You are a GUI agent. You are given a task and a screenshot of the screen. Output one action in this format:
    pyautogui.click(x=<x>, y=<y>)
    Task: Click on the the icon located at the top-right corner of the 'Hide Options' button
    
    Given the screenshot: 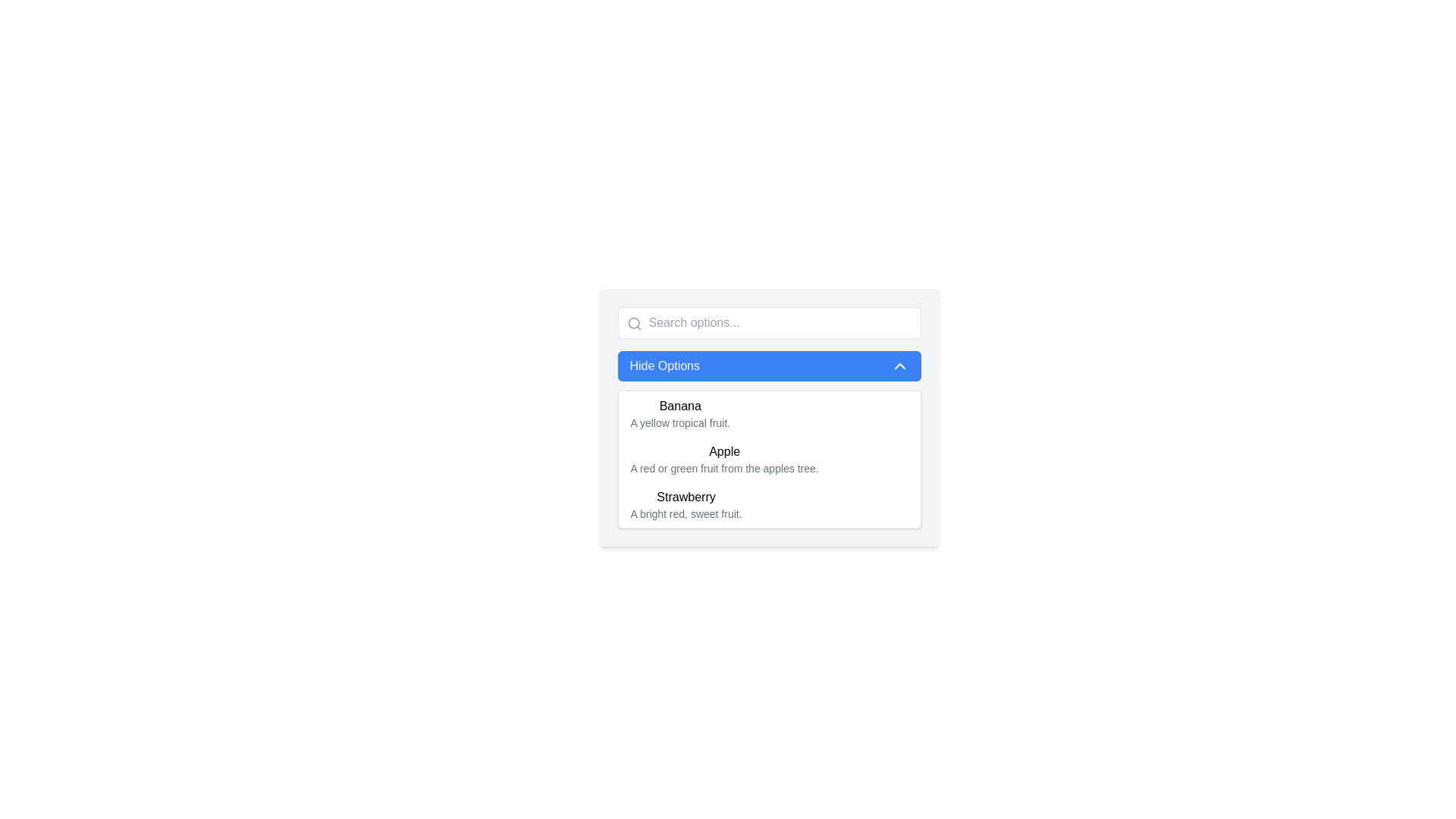 What is the action you would take?
    pyautogui.click(x=899, y=366)
    